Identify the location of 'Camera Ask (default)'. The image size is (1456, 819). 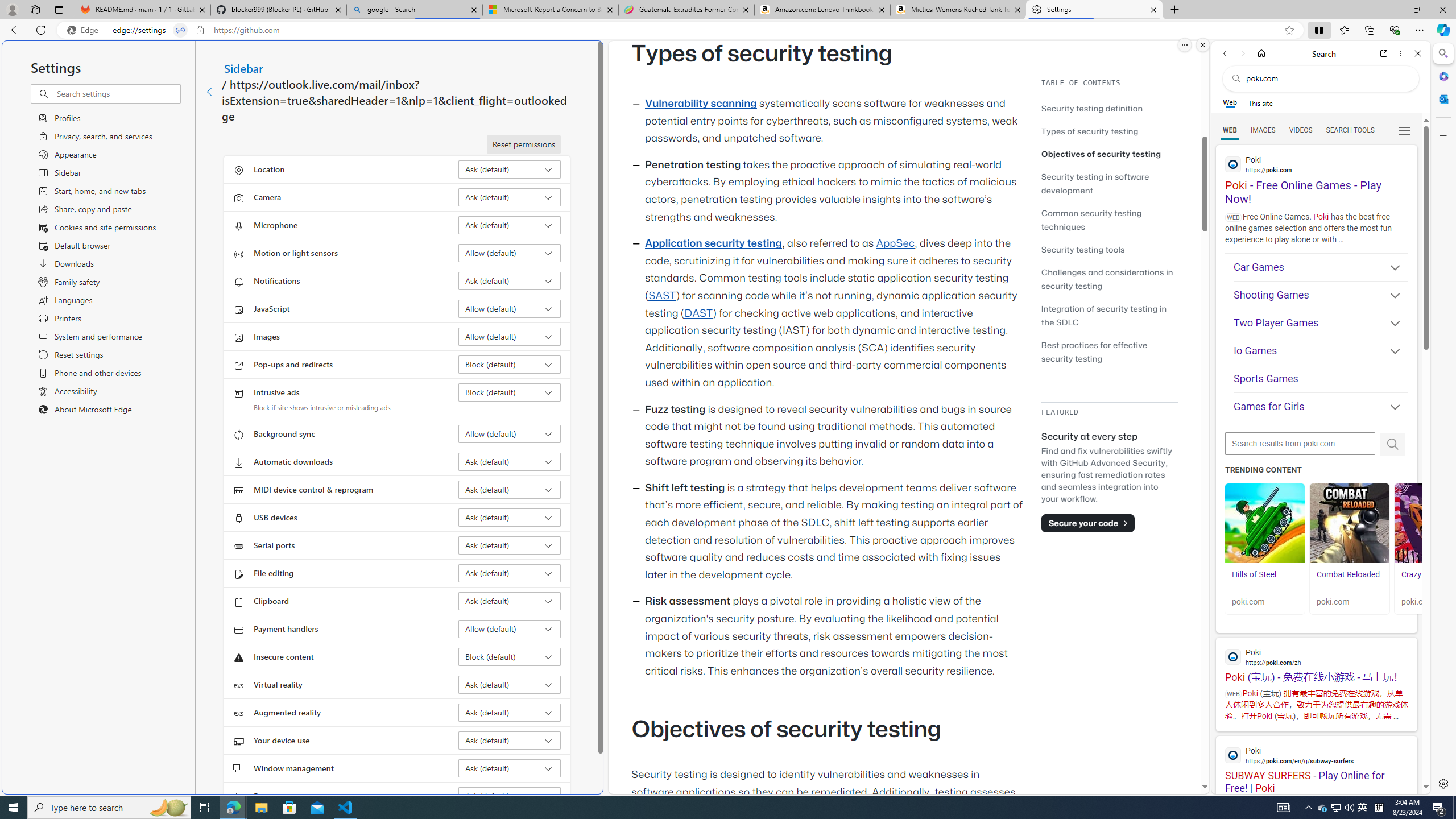
(510, 197).